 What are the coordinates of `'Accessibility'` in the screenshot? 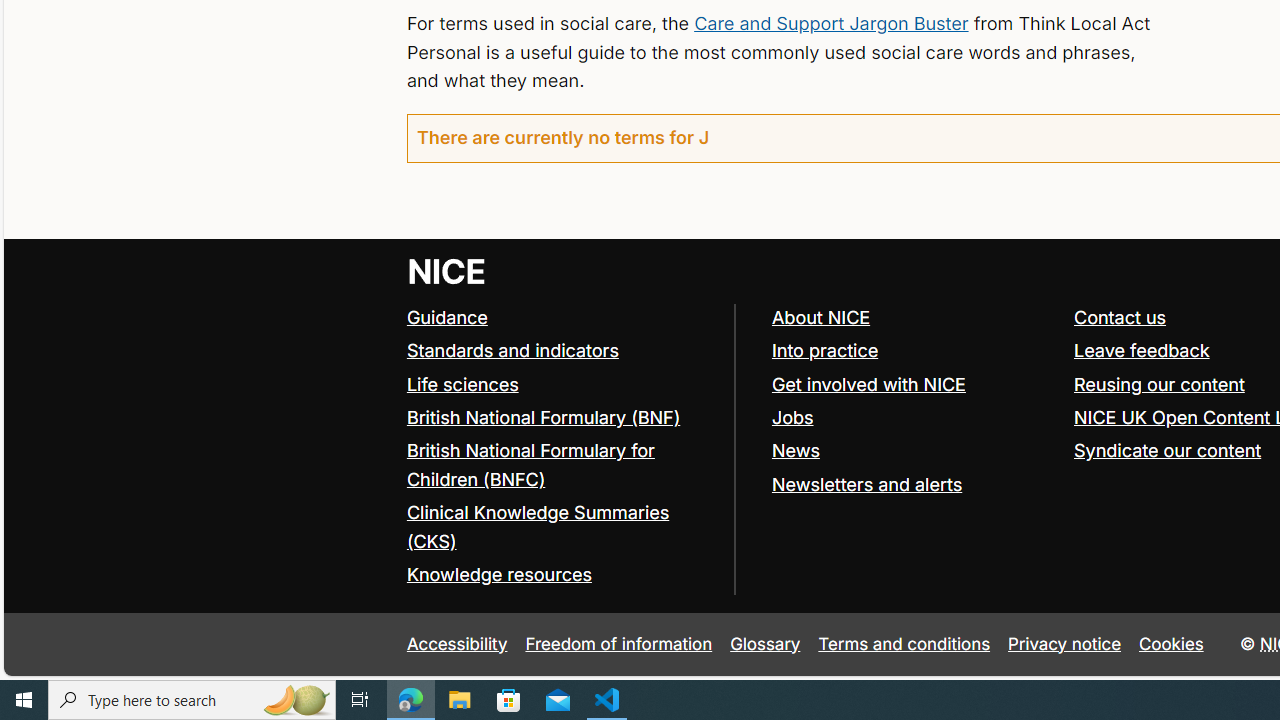 It's located at (455, 644).